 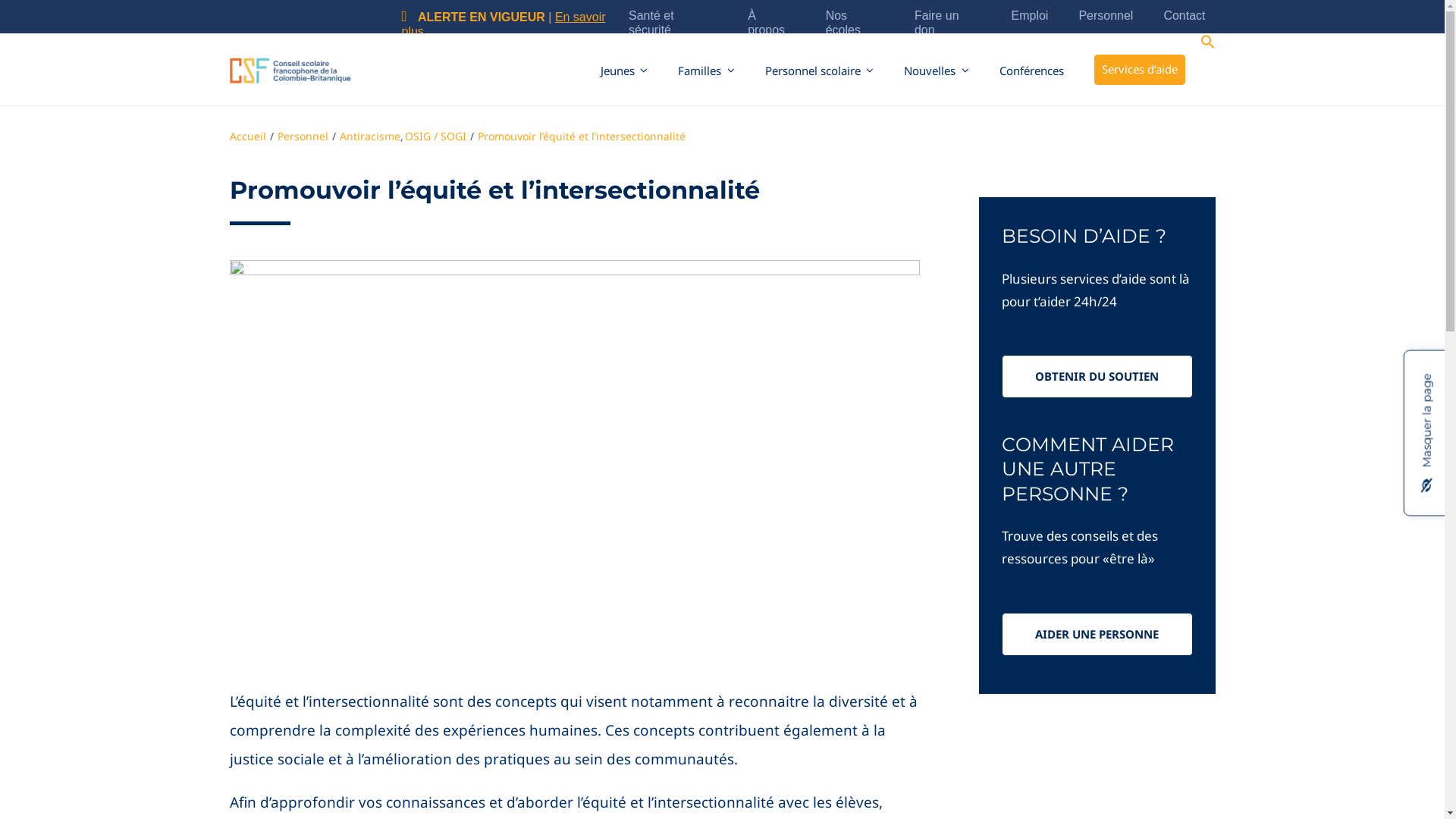 What do you see at coordinates (935, 69) in the screenshot?
I see `'Nouvelles'` at bounding box center [935, 69].